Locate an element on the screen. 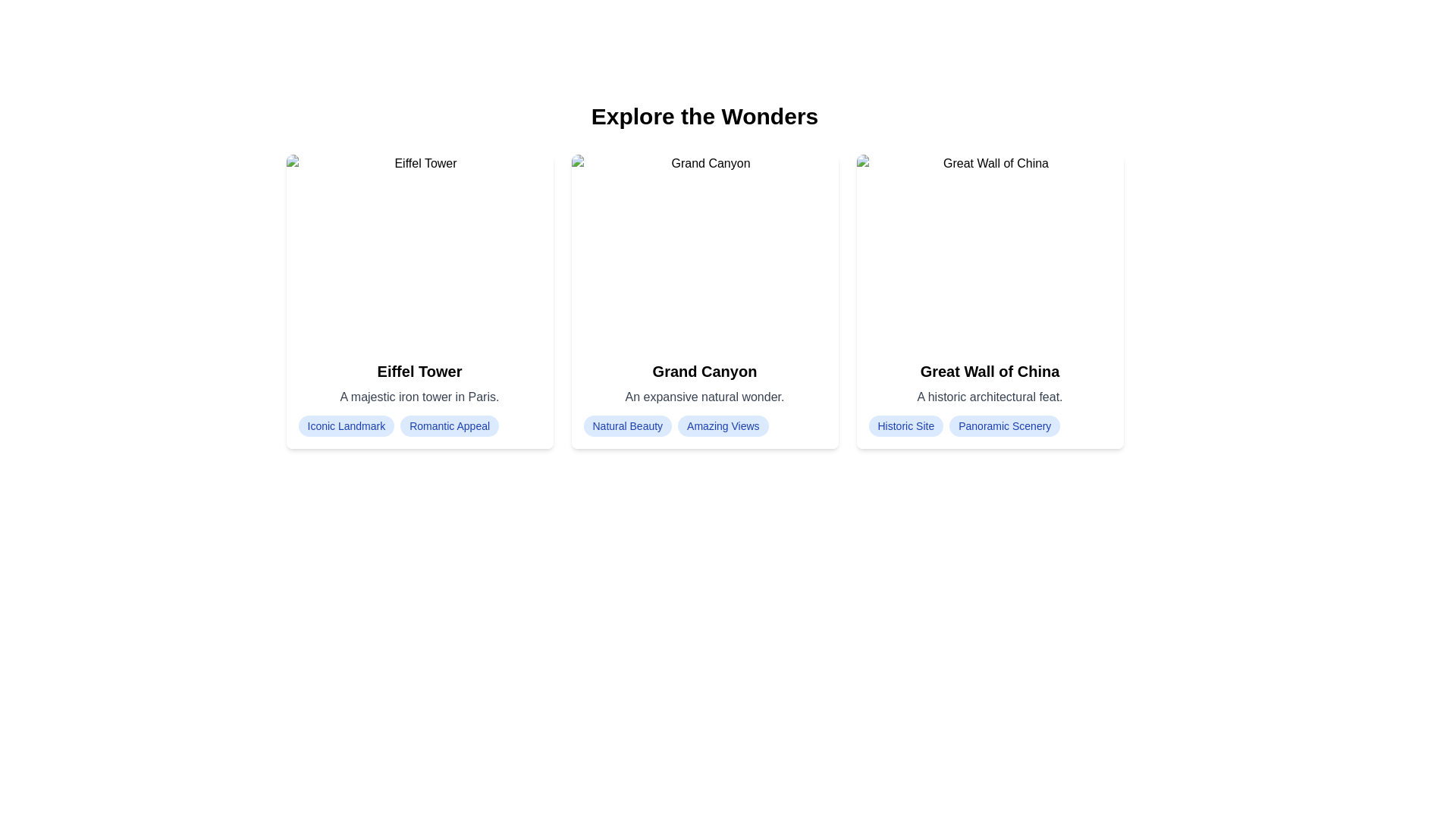 Image resolution: width=1456 pixels, height=819 pixels. displayed text 'Eiffel Tower' from the bold text label located at the top center of the descriptive card is located at coordinates (419, 371).